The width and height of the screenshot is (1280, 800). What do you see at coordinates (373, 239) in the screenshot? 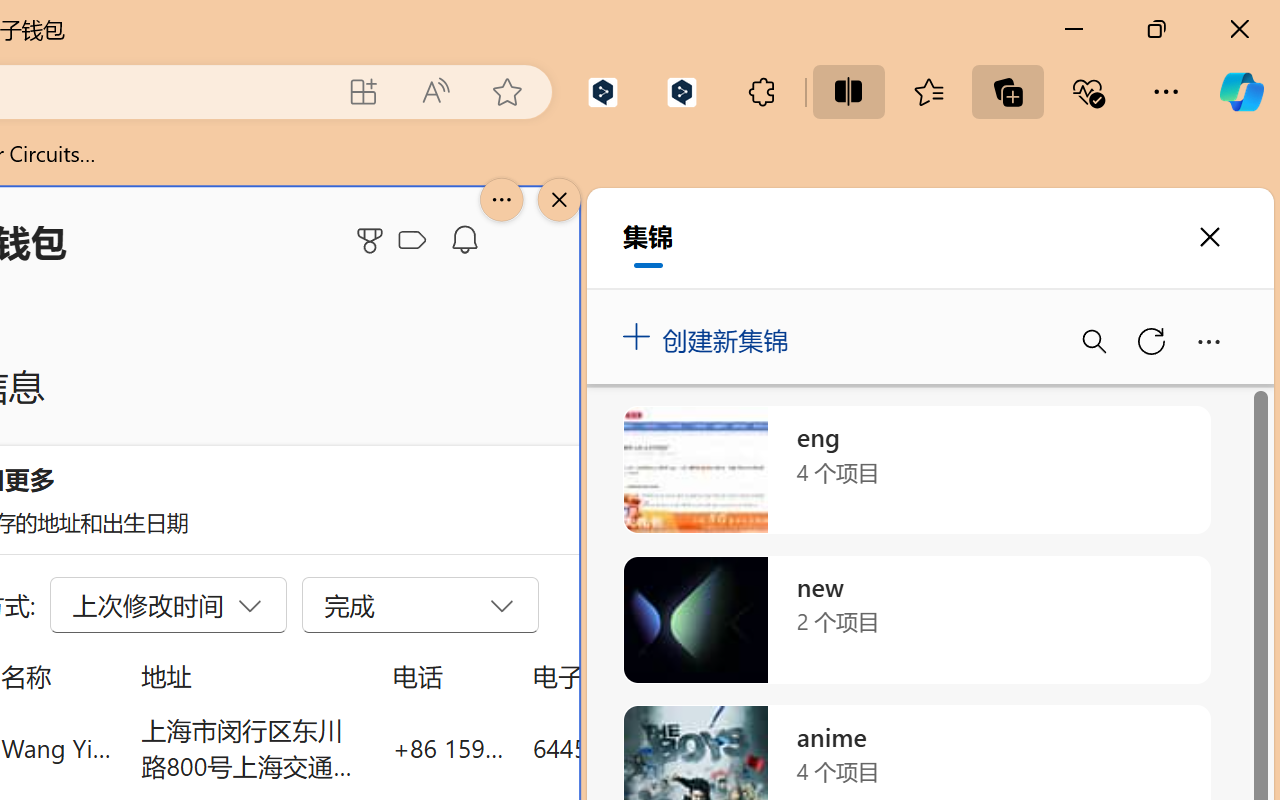
I see `'Microsoft Rewards'` at bounding box center [373, 239].